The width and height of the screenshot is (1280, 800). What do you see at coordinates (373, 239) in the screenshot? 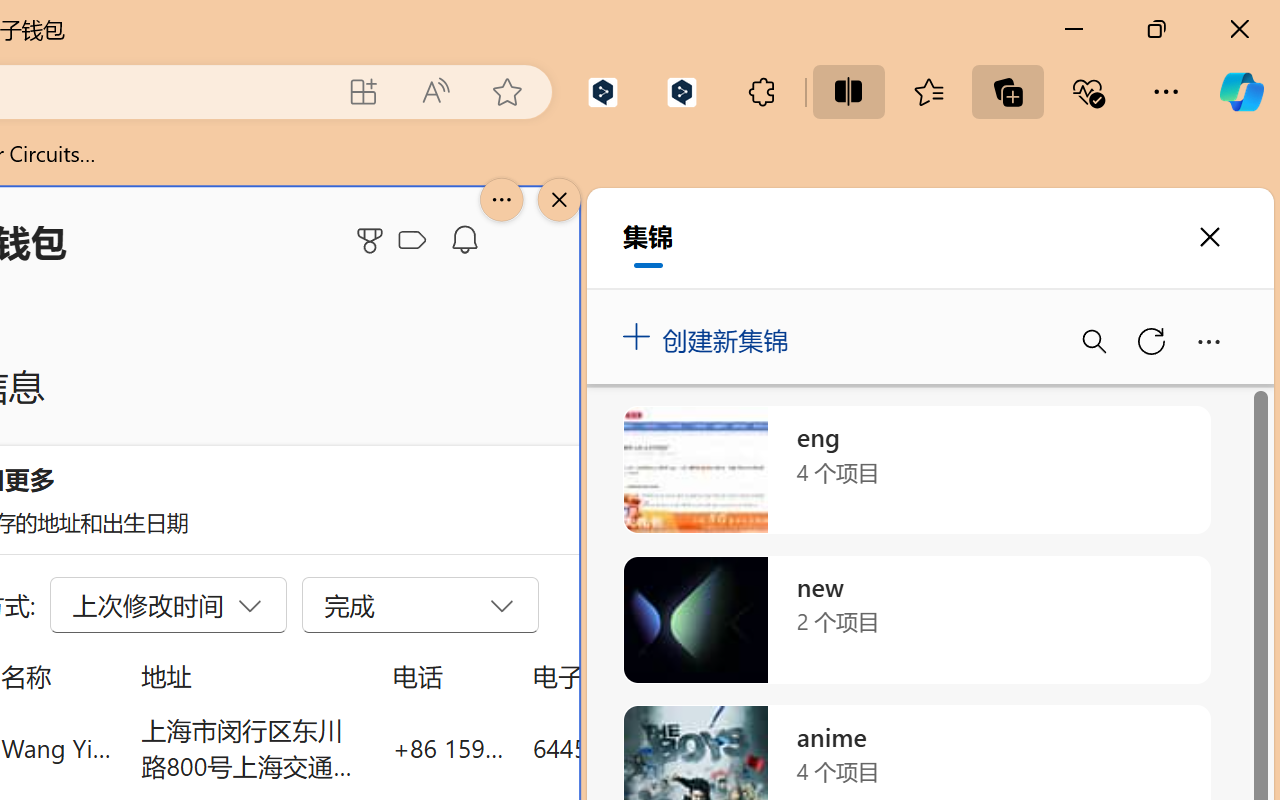
I see `'Microsoft Rewards'` at bounding box center [373, 239].